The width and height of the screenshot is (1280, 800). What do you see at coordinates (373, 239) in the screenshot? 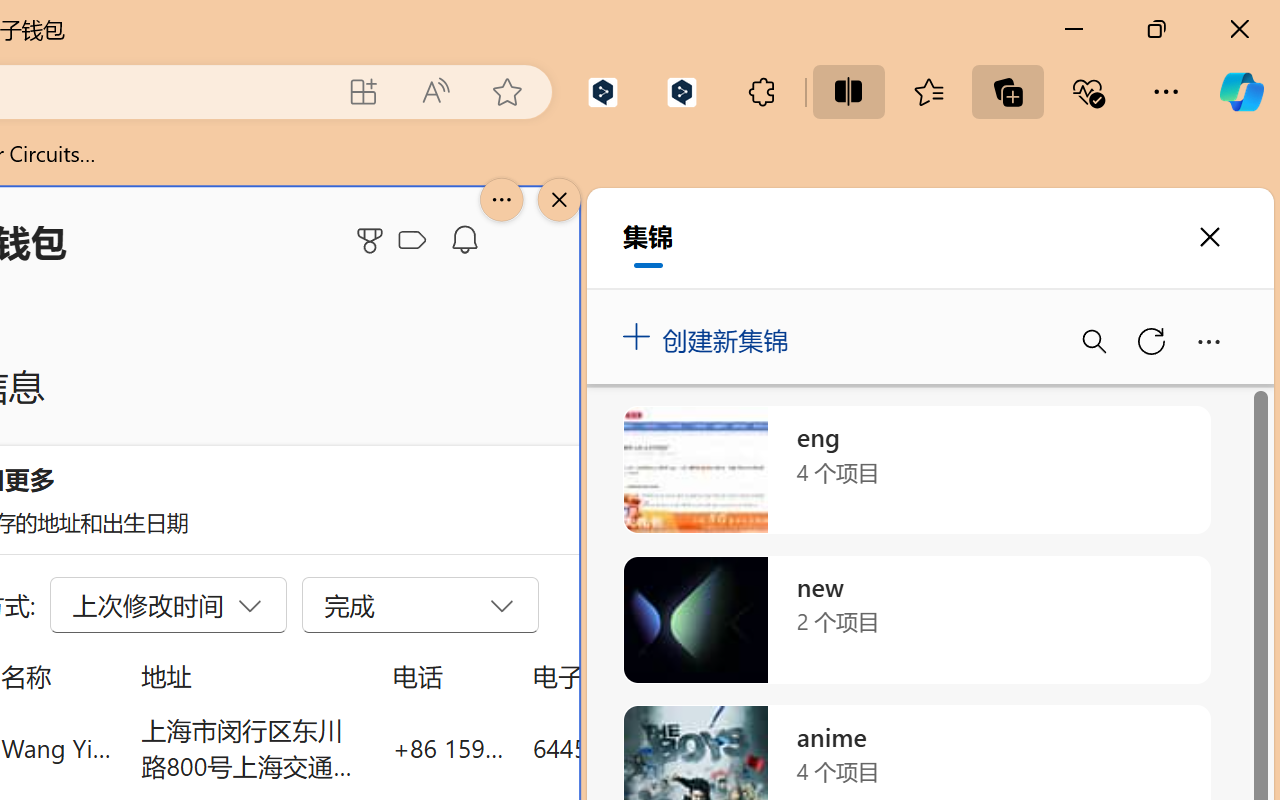
I see `'Microsoft Rewards'` at bounding box center [373, 239].